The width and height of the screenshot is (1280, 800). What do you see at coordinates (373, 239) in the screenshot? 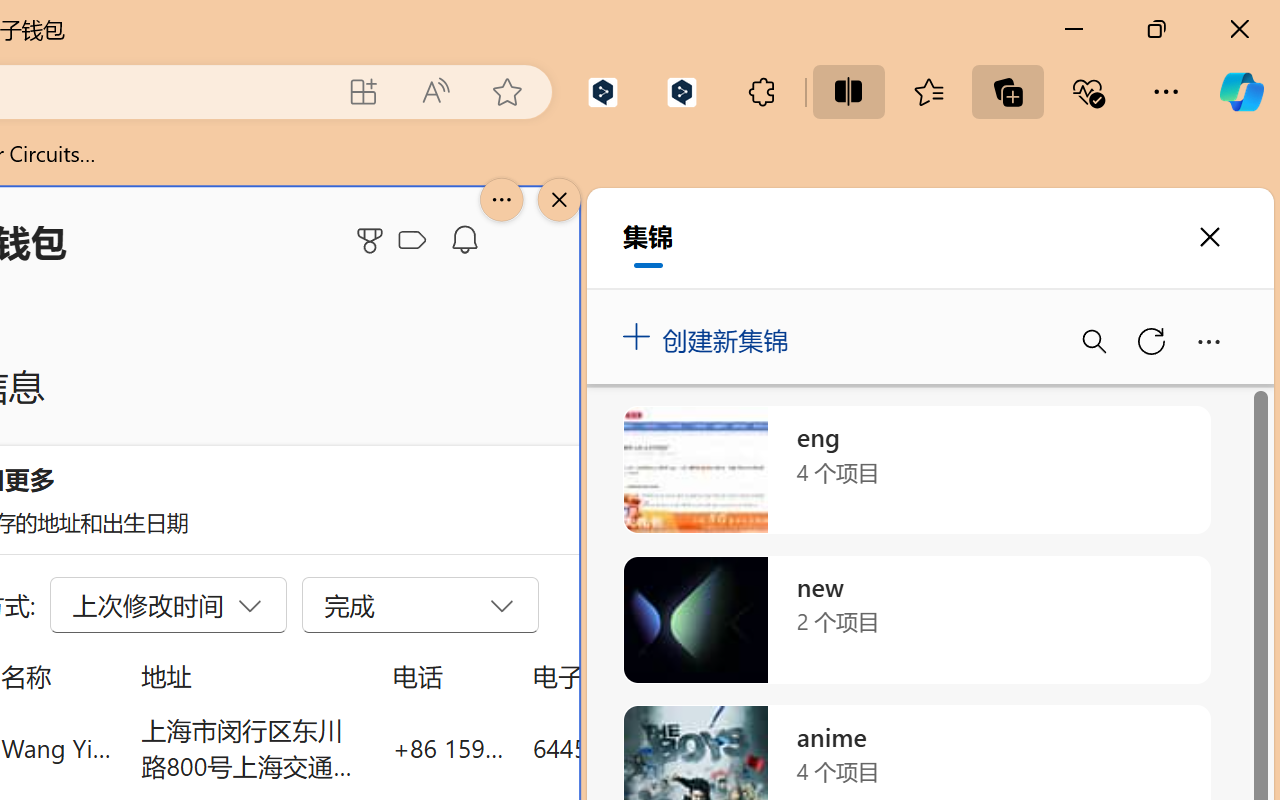
I see `'Microsoft Rewards'` at bounding box center [373, 239].